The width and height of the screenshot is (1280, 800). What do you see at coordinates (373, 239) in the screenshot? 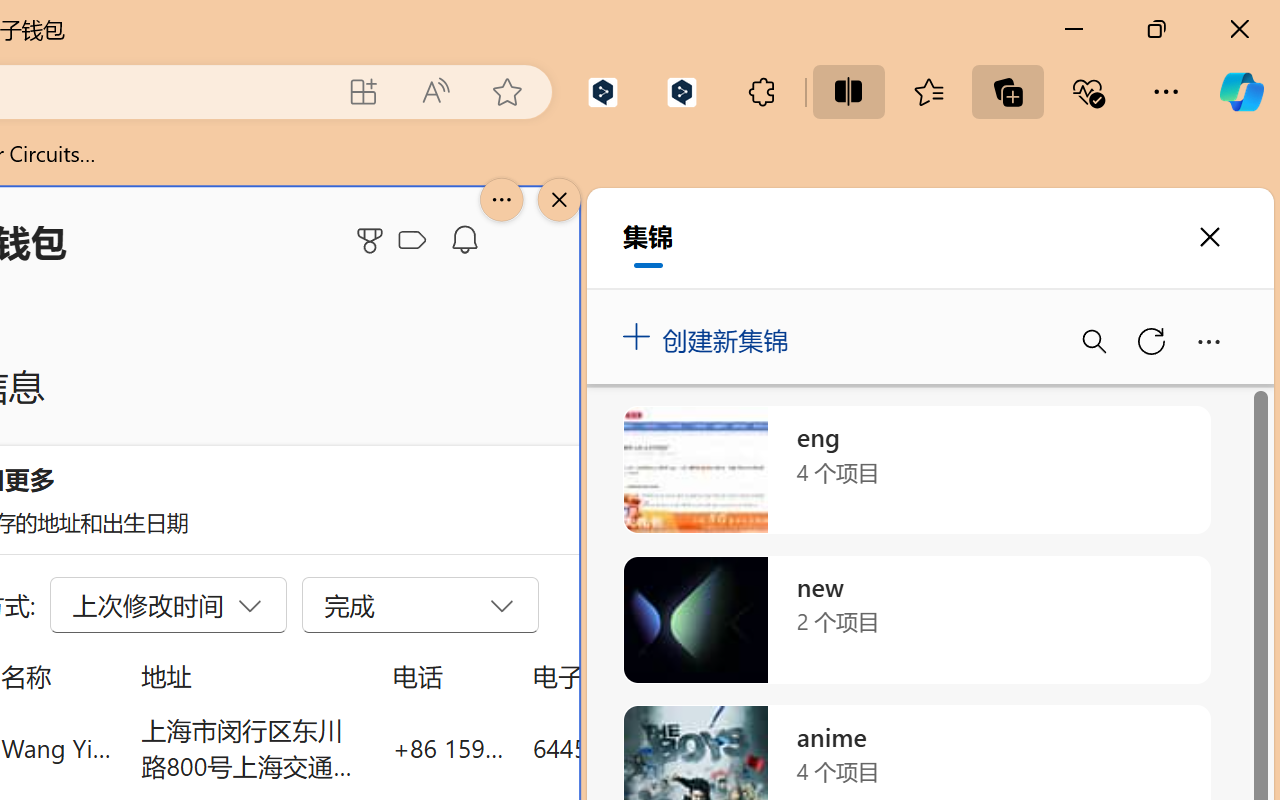
I see `'Microsoft Rewards'` at bounding box center [373, 239].